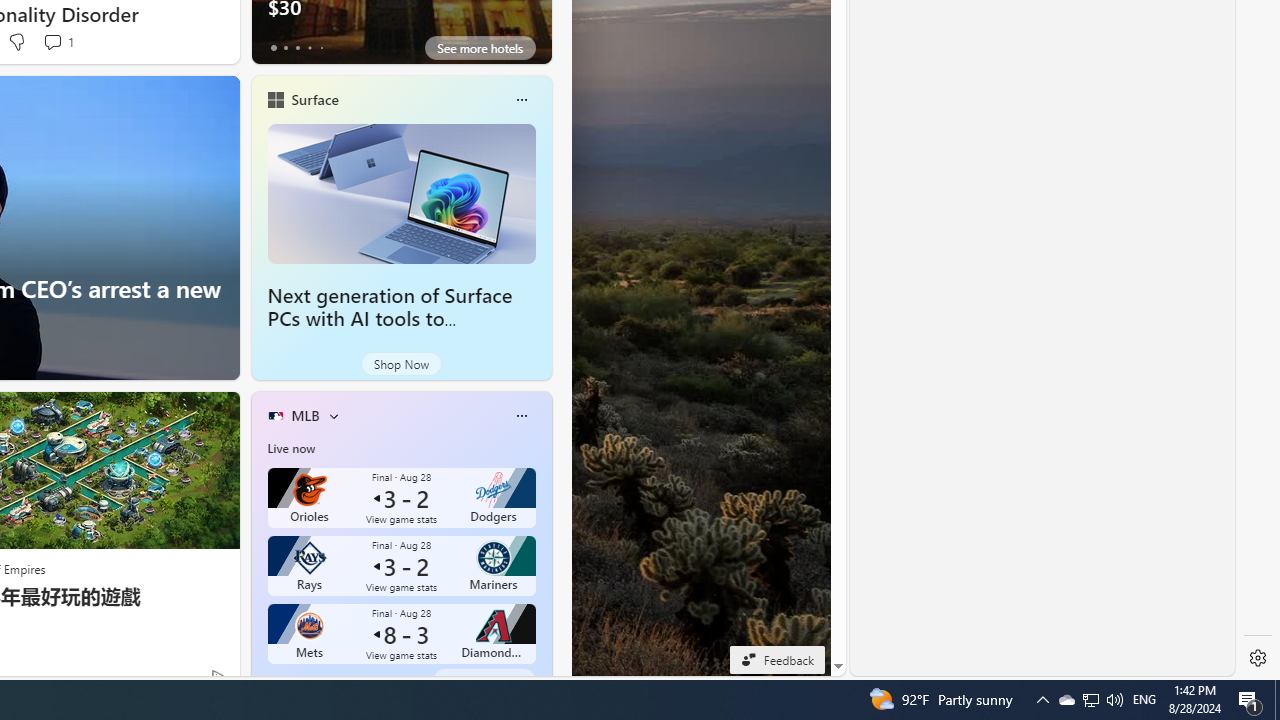  I want to click on 'More interests', so click(333, 414).